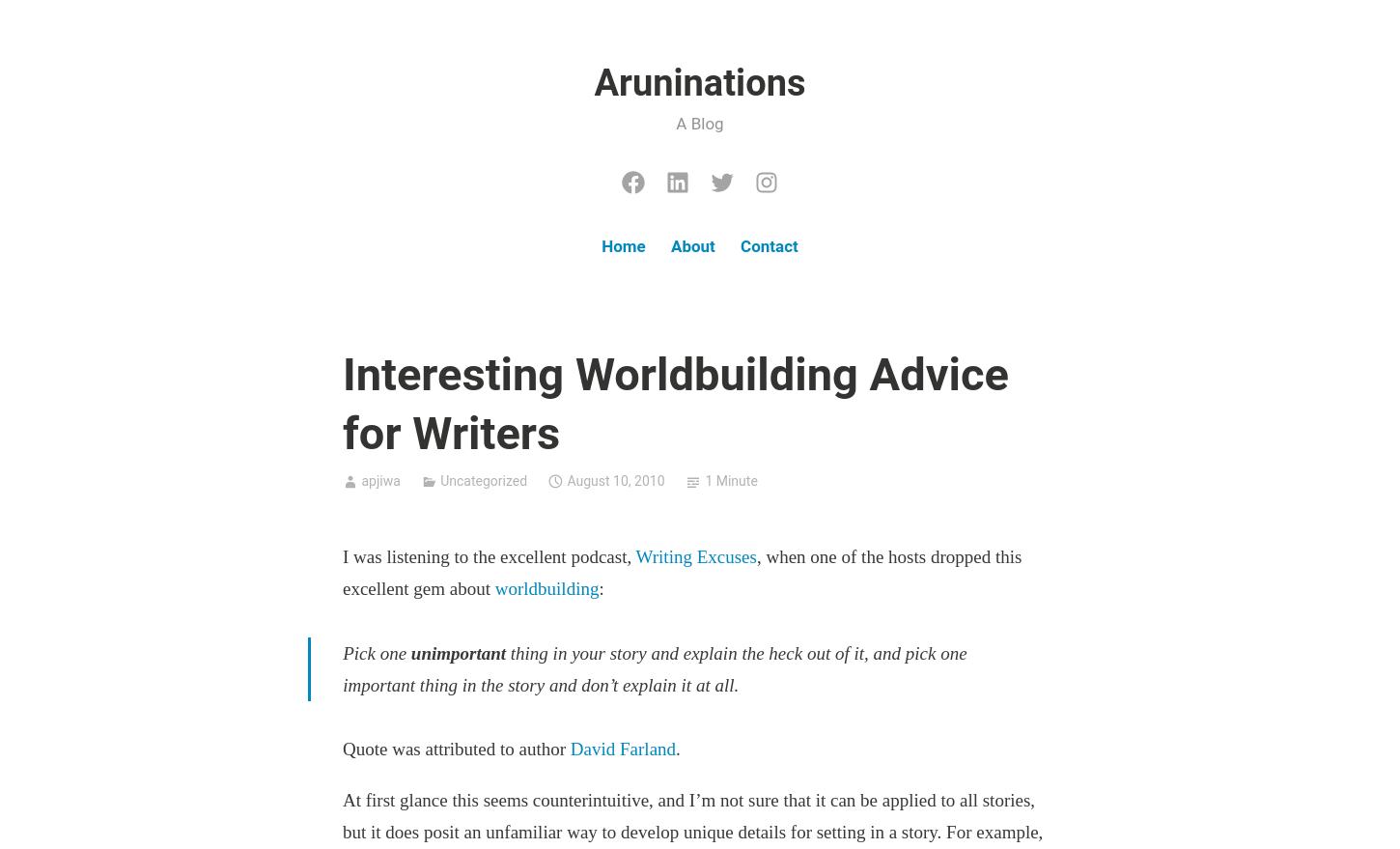  I want to click on 'Quote was attributed to author', so click(342, 749).